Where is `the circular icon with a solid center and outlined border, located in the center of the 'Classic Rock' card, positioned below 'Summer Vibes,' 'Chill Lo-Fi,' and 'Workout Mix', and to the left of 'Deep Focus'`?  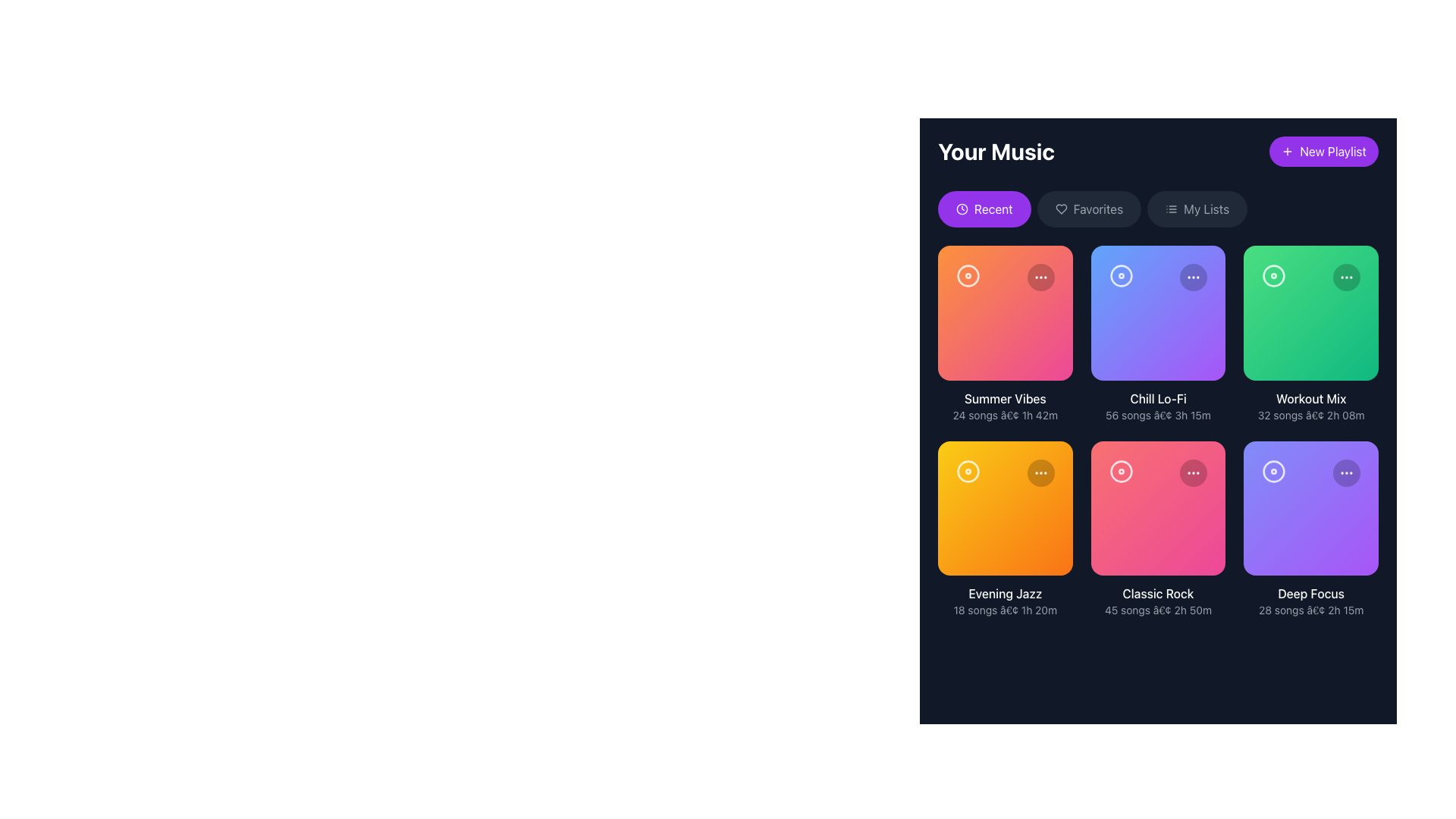 the circular icon with a solid center and outlined border, located in the center of the 'Classic Rock' card, positioned below 'Summer Vibes,' 'Chill Lo-Fi,' and 'Workout Mix', and to the left of 'Deep Focus' is located at coordinates (1121, 470).